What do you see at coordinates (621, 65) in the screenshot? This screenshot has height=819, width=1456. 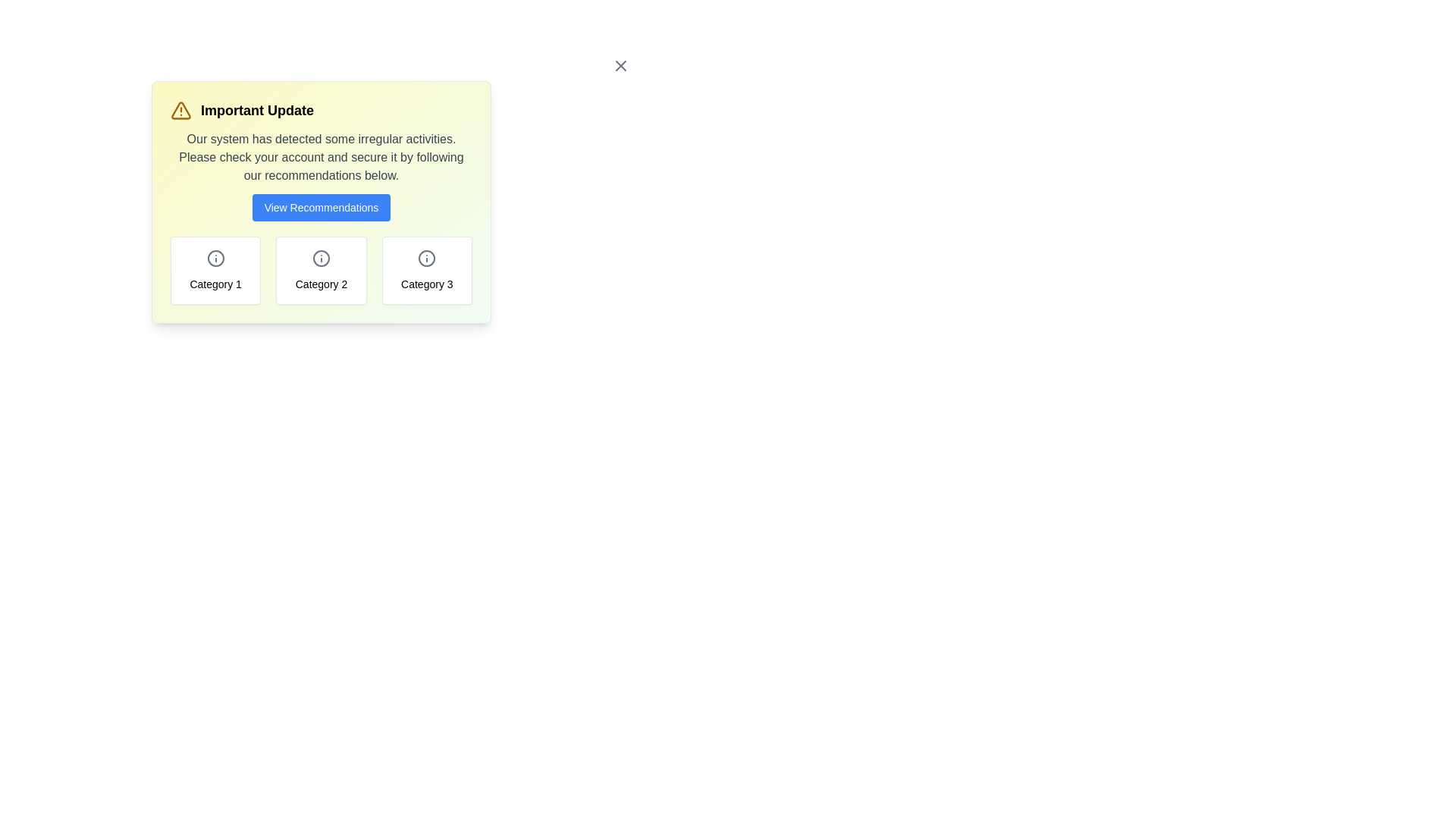 I see `the close button to dismiss the alert` at bounding box center [621, 65].